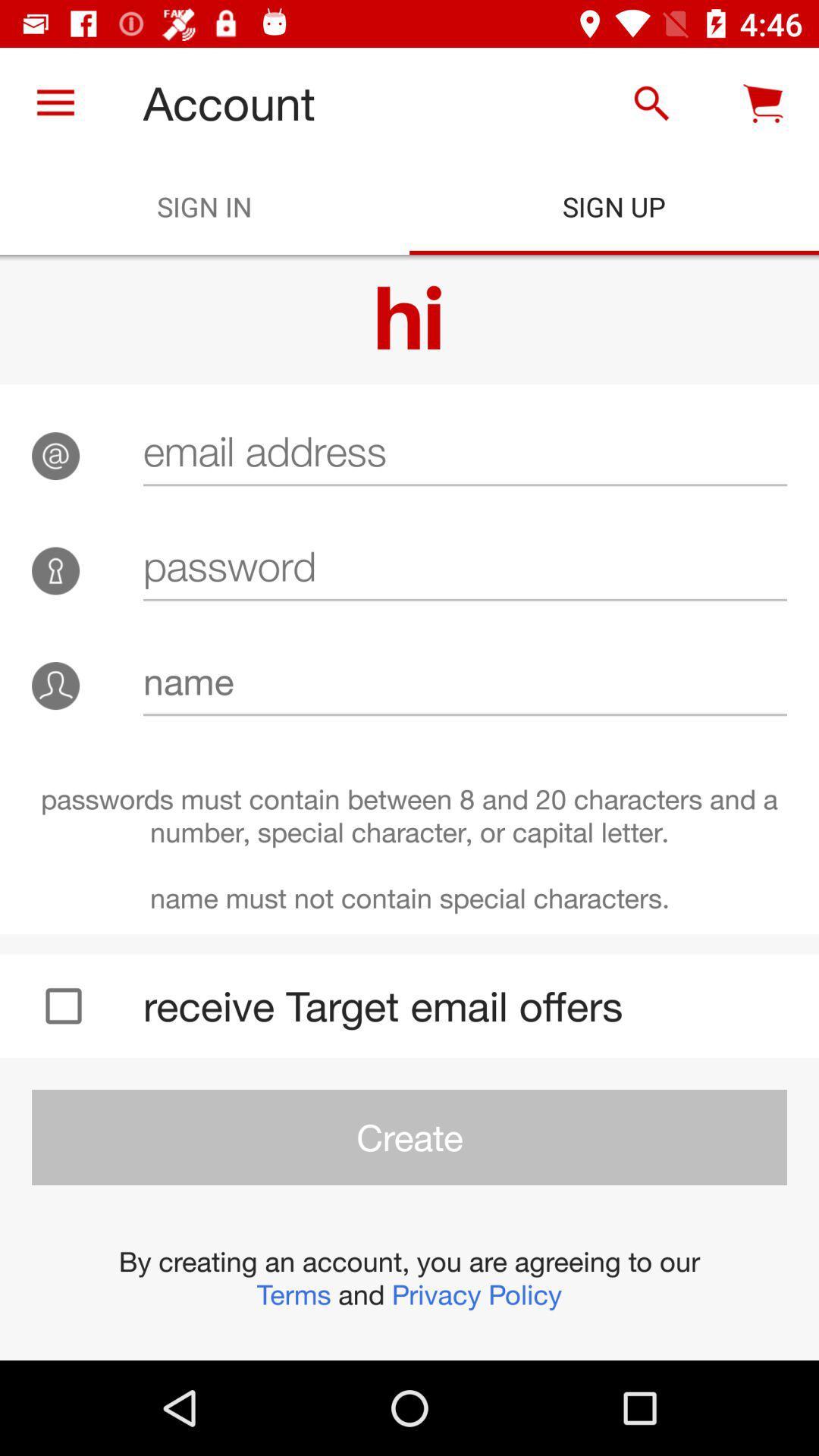 The image size is (819, 1456). What do you see at coordinates (55, 102) in the screenshot?
I see `icon to the left of account` at bounding box center [55, 102].